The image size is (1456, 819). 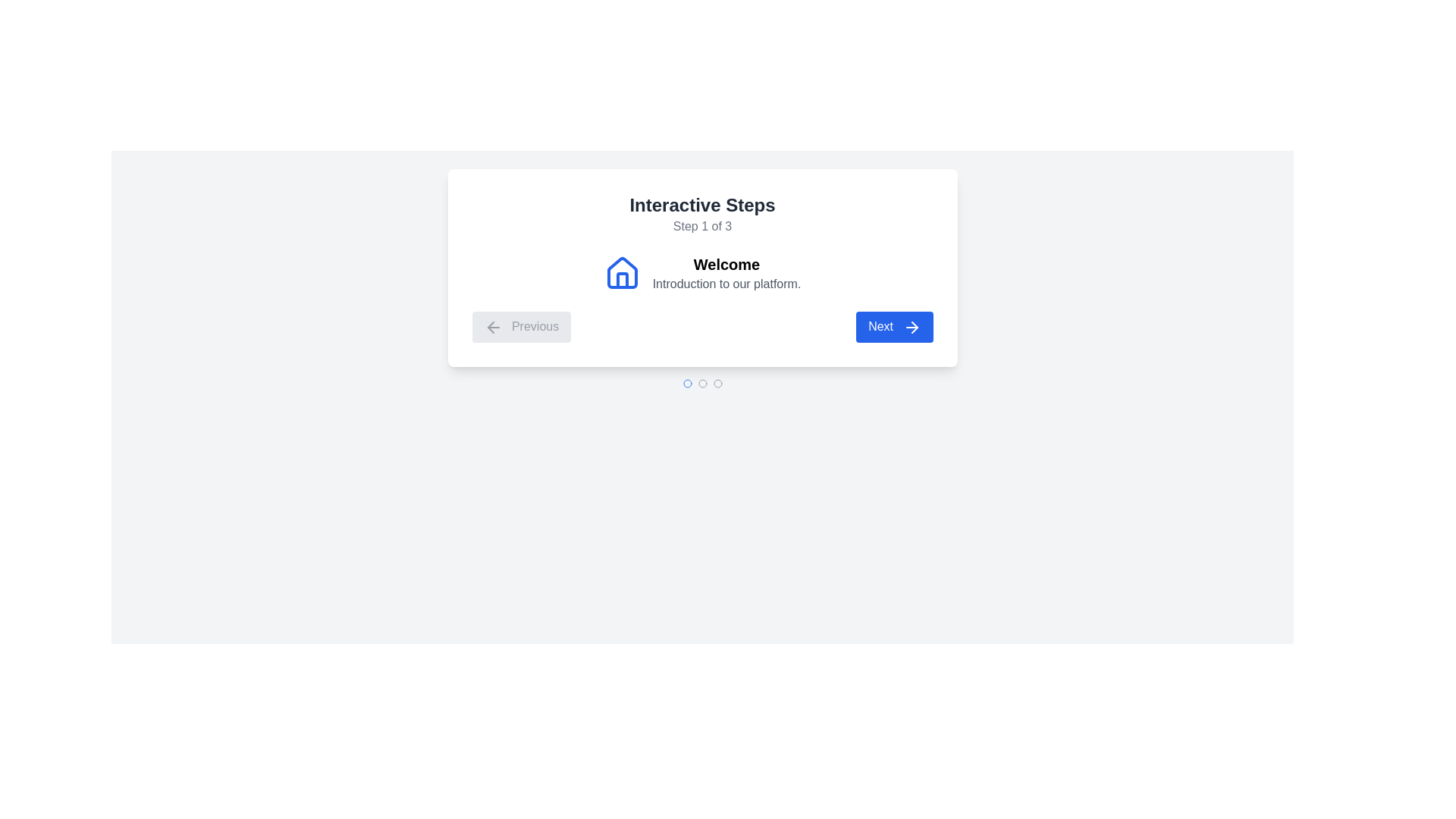 What do you see at coordinates (701, 214) in the screenshot?
I see `the Header with subtitle that displays 'Interactive Steps' and 'Step 1 of 3'` at bounding box center [701, 214].